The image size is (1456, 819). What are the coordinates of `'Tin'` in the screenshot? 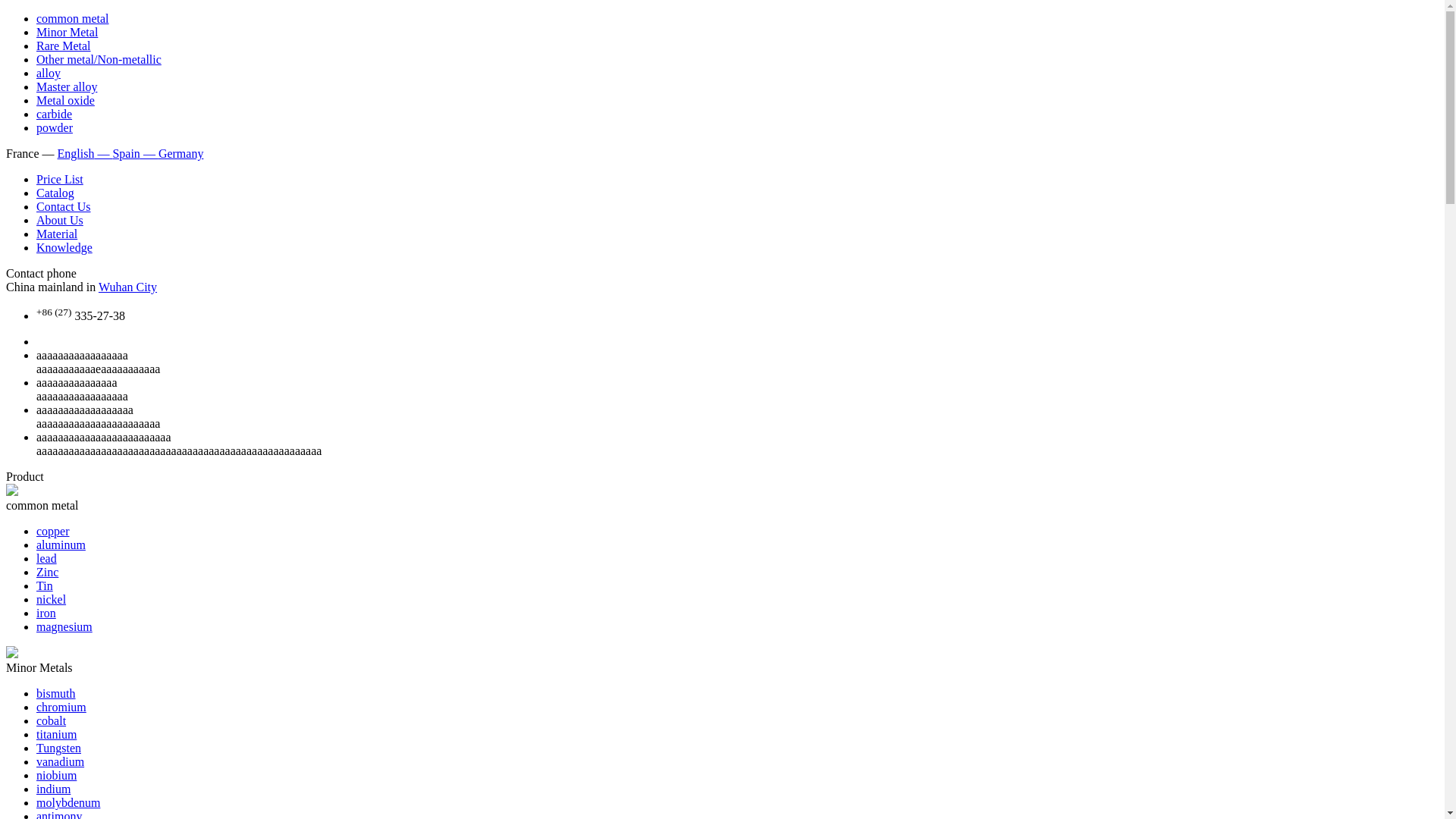 It's located at (44, 585).